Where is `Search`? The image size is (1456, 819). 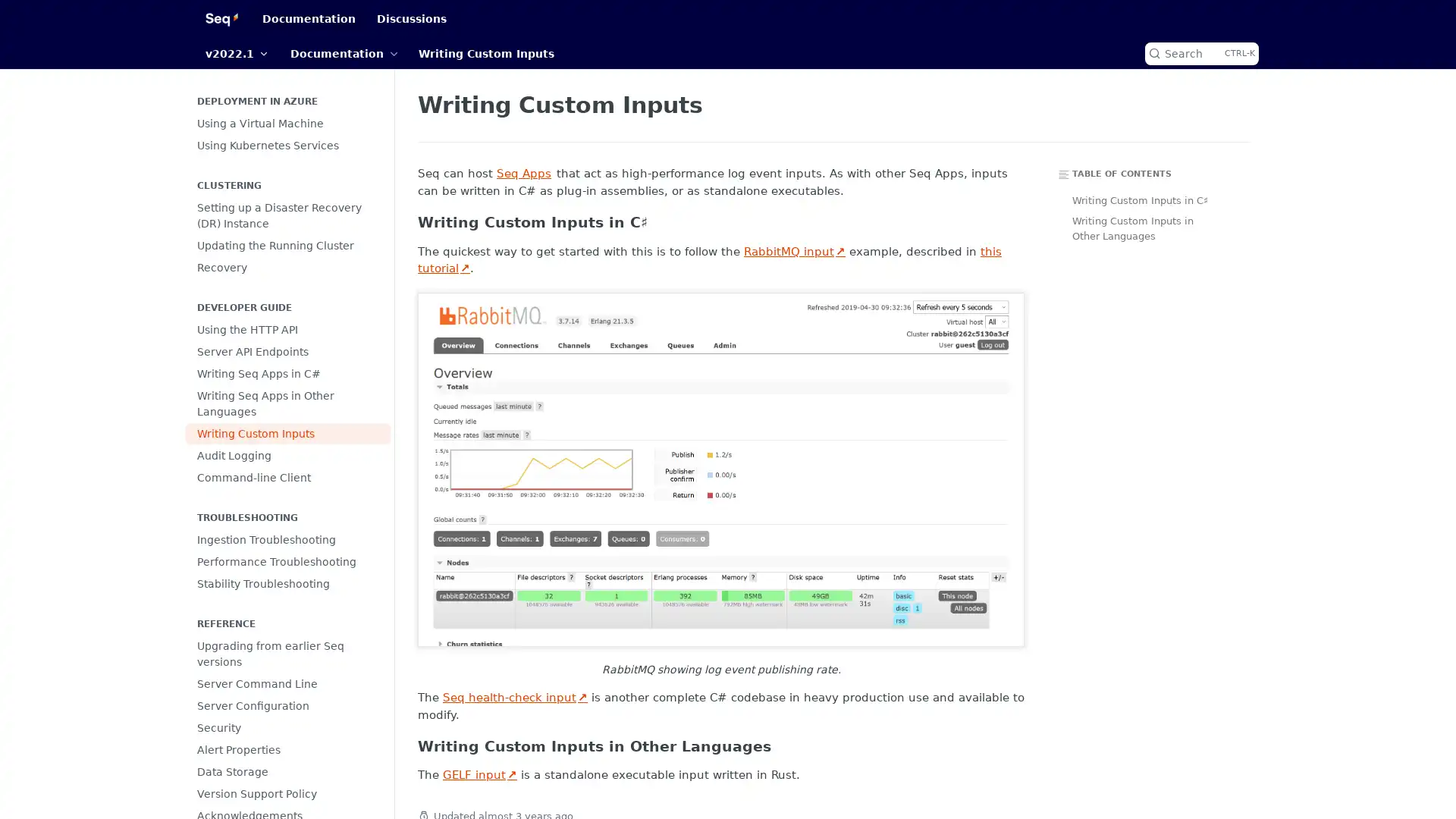 Search is located at coordinates (1200, 52).